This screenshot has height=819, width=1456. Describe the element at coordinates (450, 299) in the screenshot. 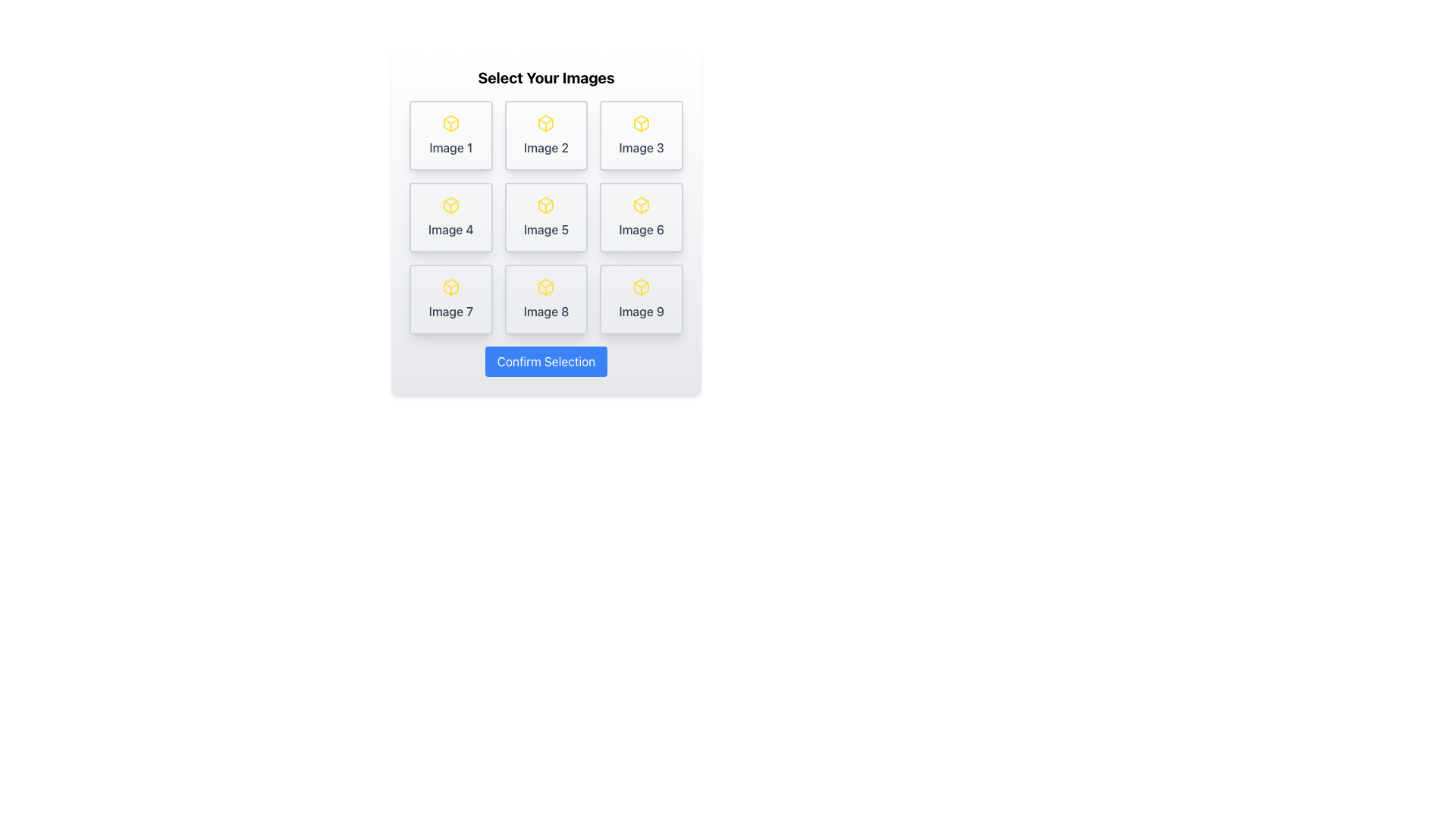

I see `to select the grid item labeled 'Image 7' which has a light grey background, rounded corners, and a yellow cube icon at the top-center` at that location.